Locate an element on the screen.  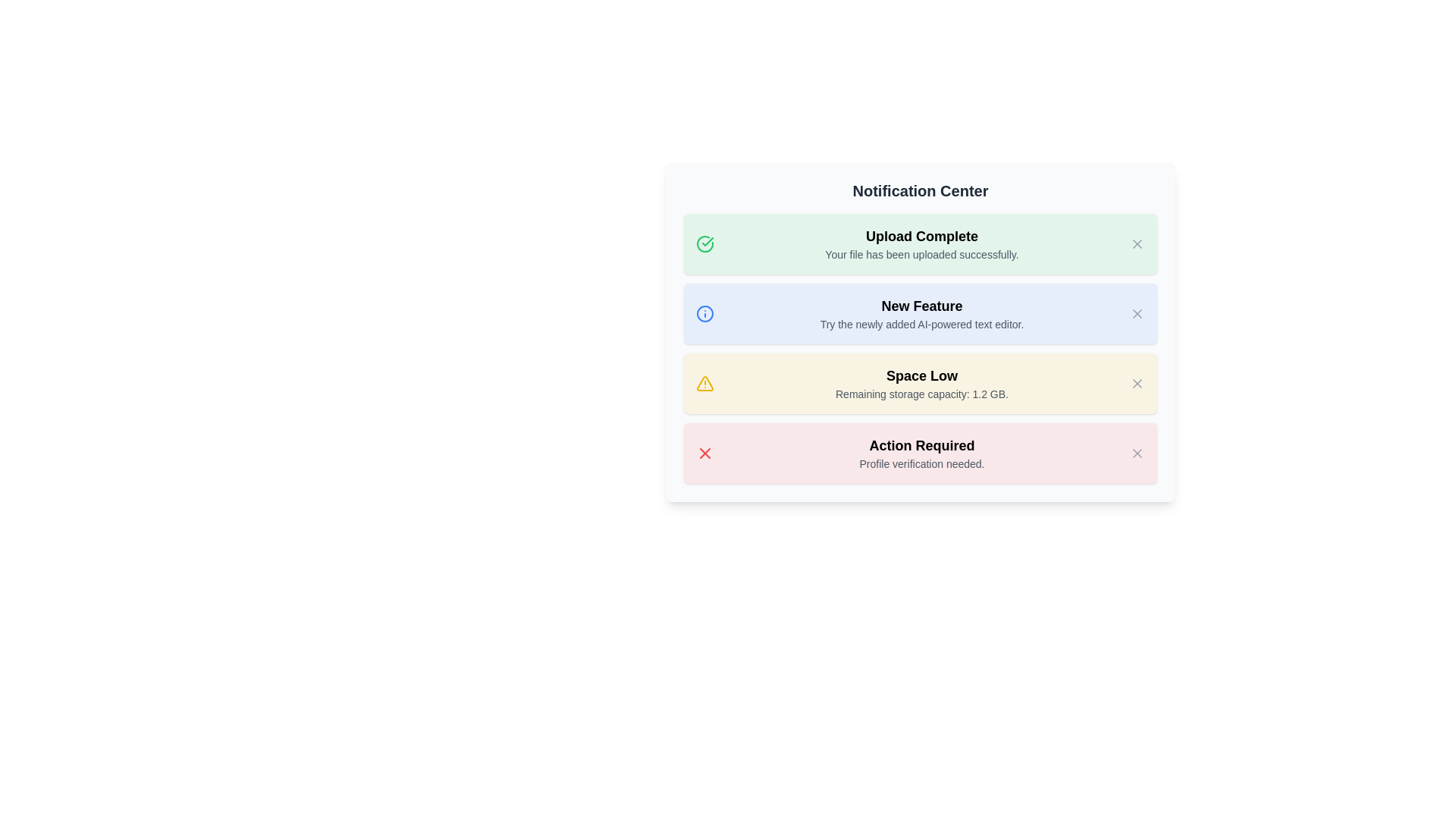
the text block displaying the heading 'New Feature' and the description 'Try the newly added AI-powered text editor.' which is styled with a light blue background and is the second box in the notification list is located at coordinates (921, 312).